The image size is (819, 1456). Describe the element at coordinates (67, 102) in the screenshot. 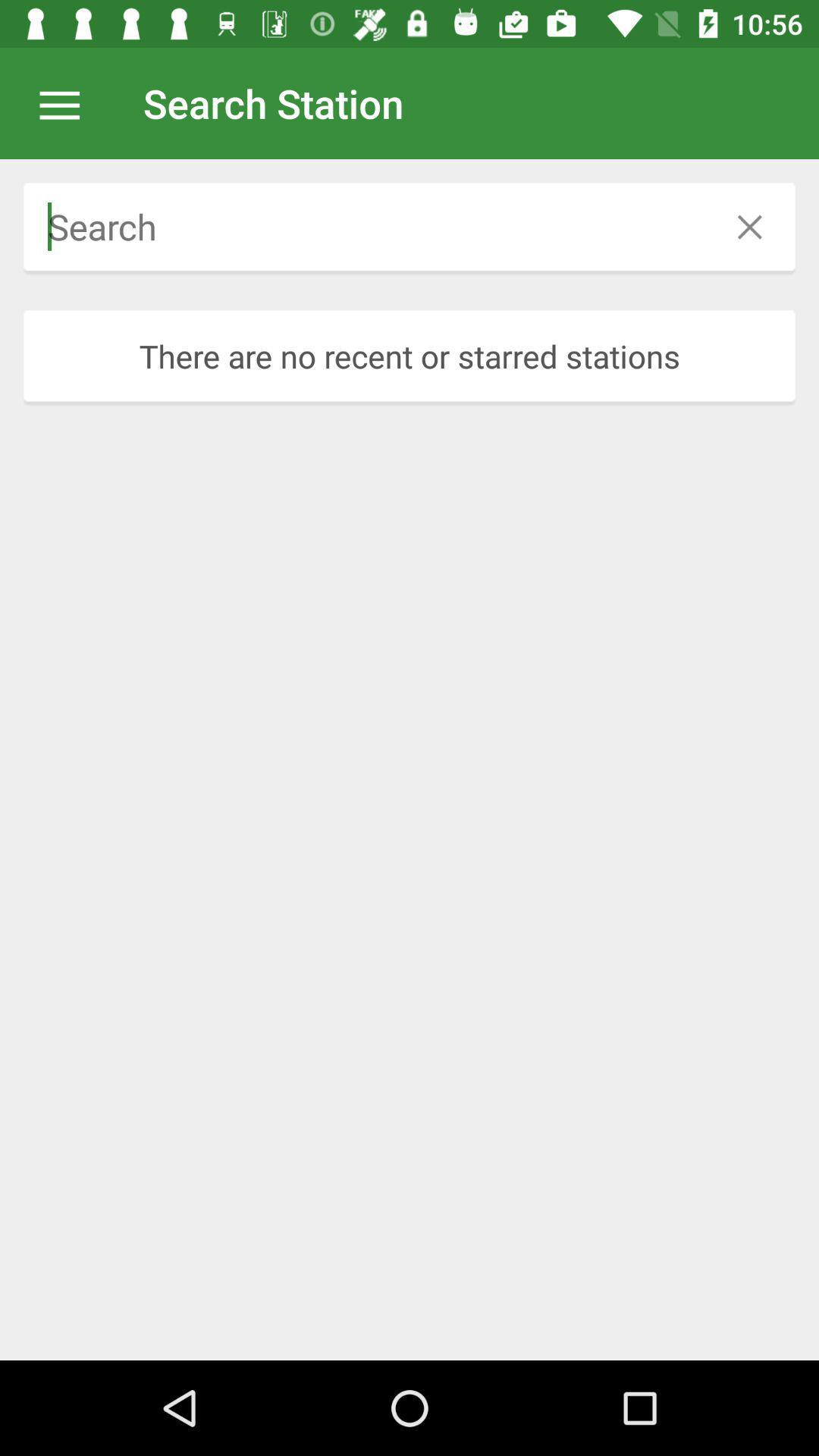

I see `the icon next to search station item` at that location.